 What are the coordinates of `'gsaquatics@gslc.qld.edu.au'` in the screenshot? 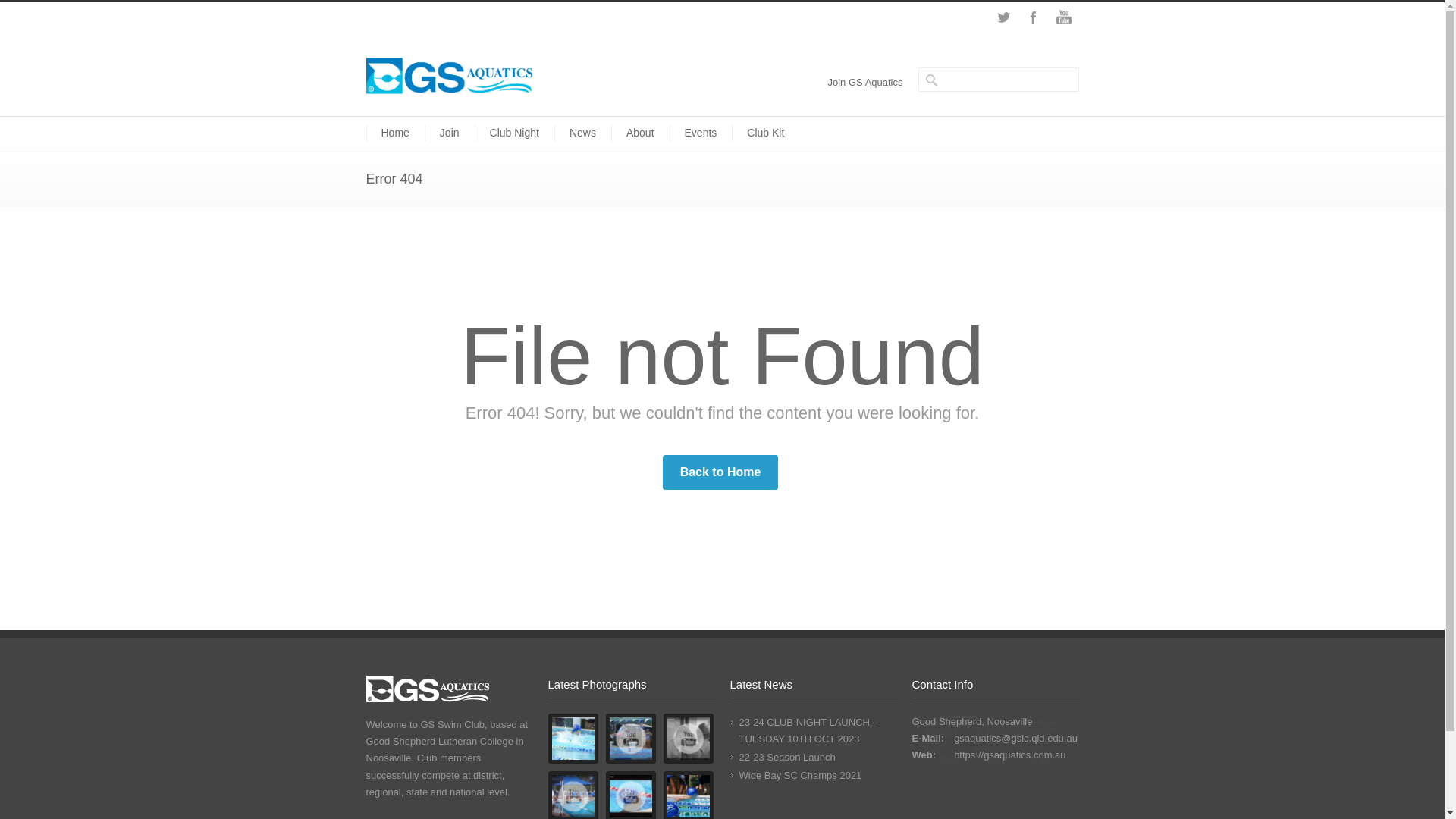 It's located at (1015, 737).